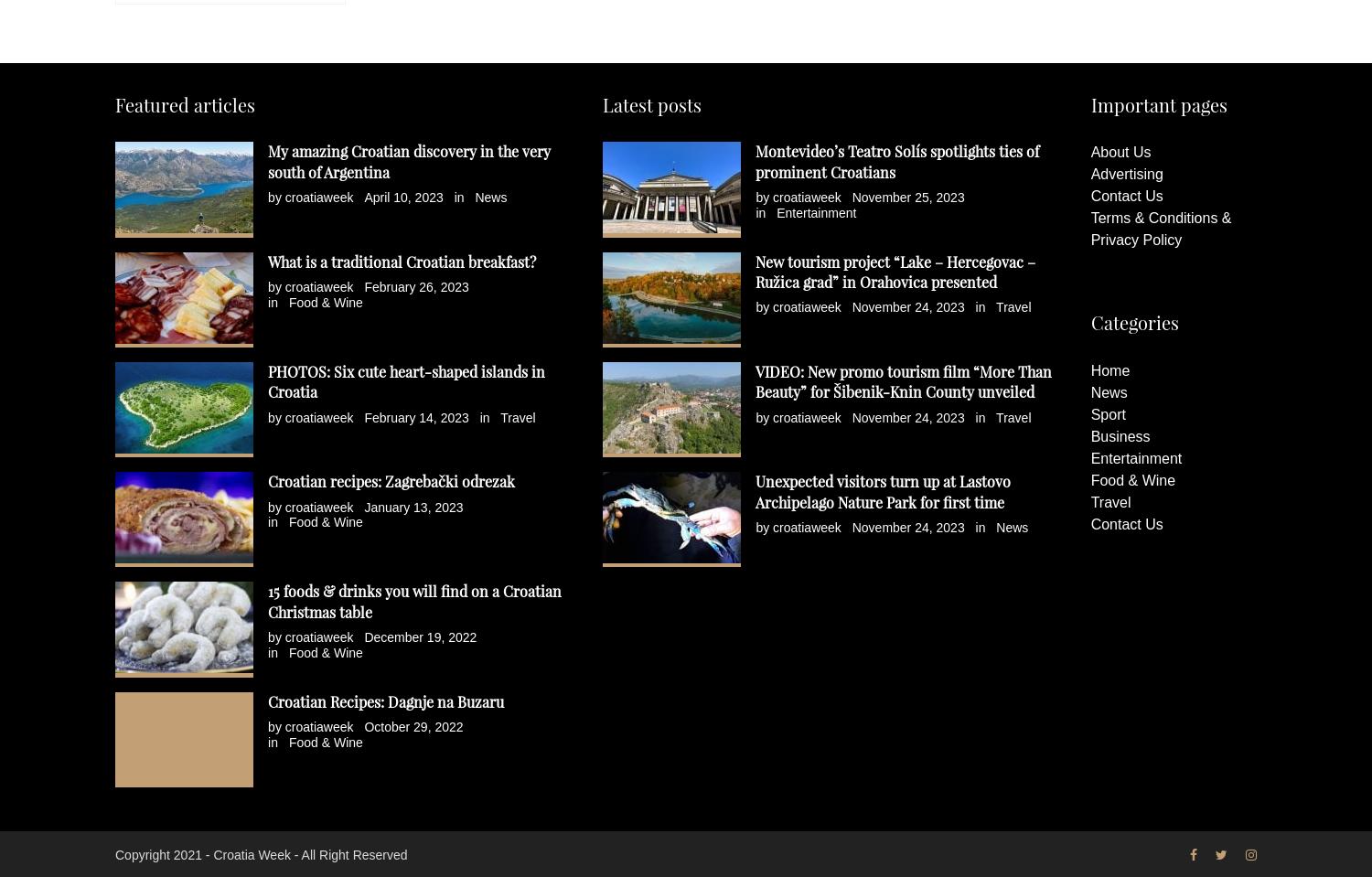 This screenshot has width=1372, height=877. Describe the element at coordinates (650, 103) in the screenshot. I see `'Latest posts'` at that location.